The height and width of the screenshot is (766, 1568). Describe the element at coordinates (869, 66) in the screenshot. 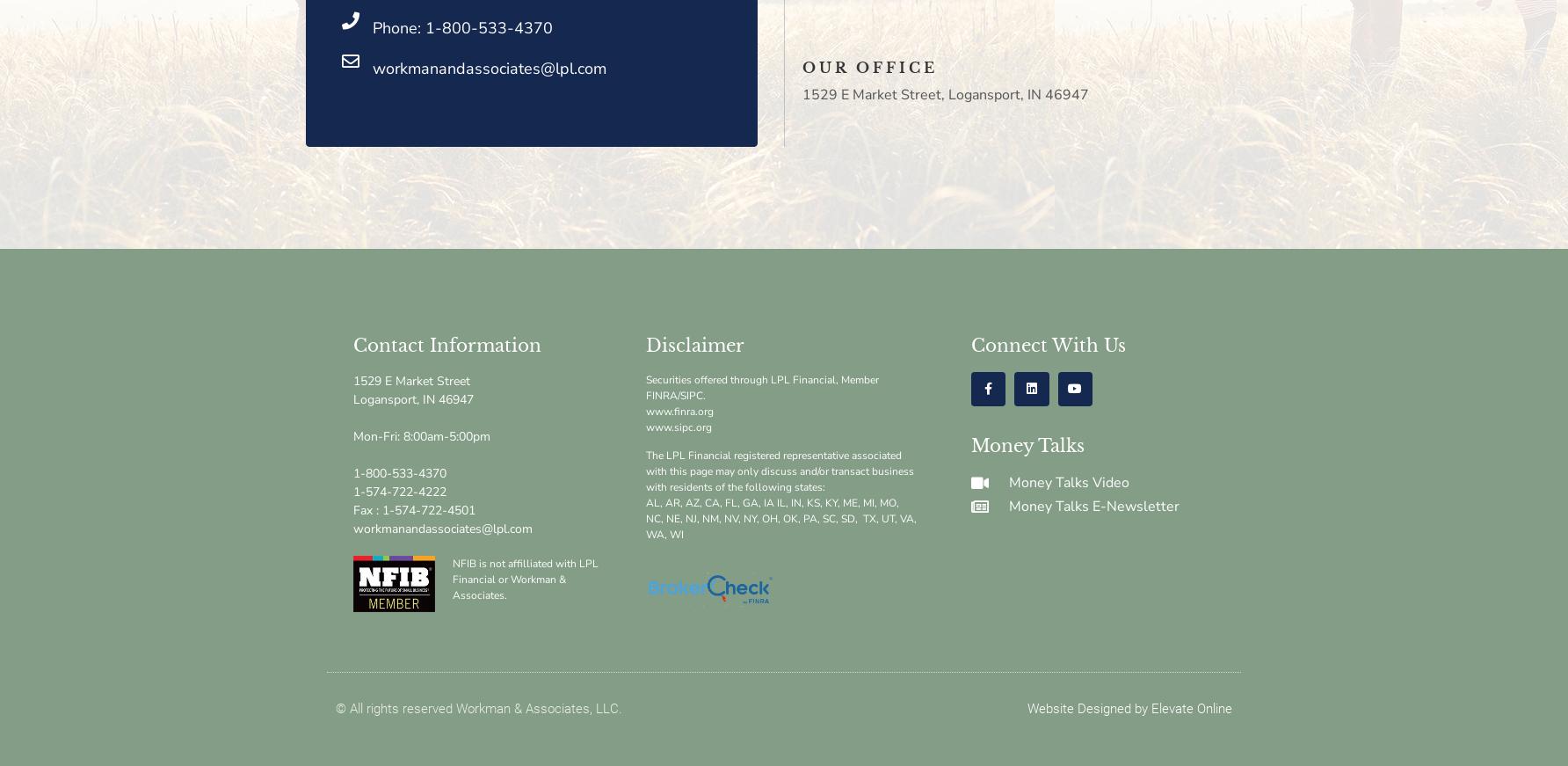

I see `'Our office'` at that location.